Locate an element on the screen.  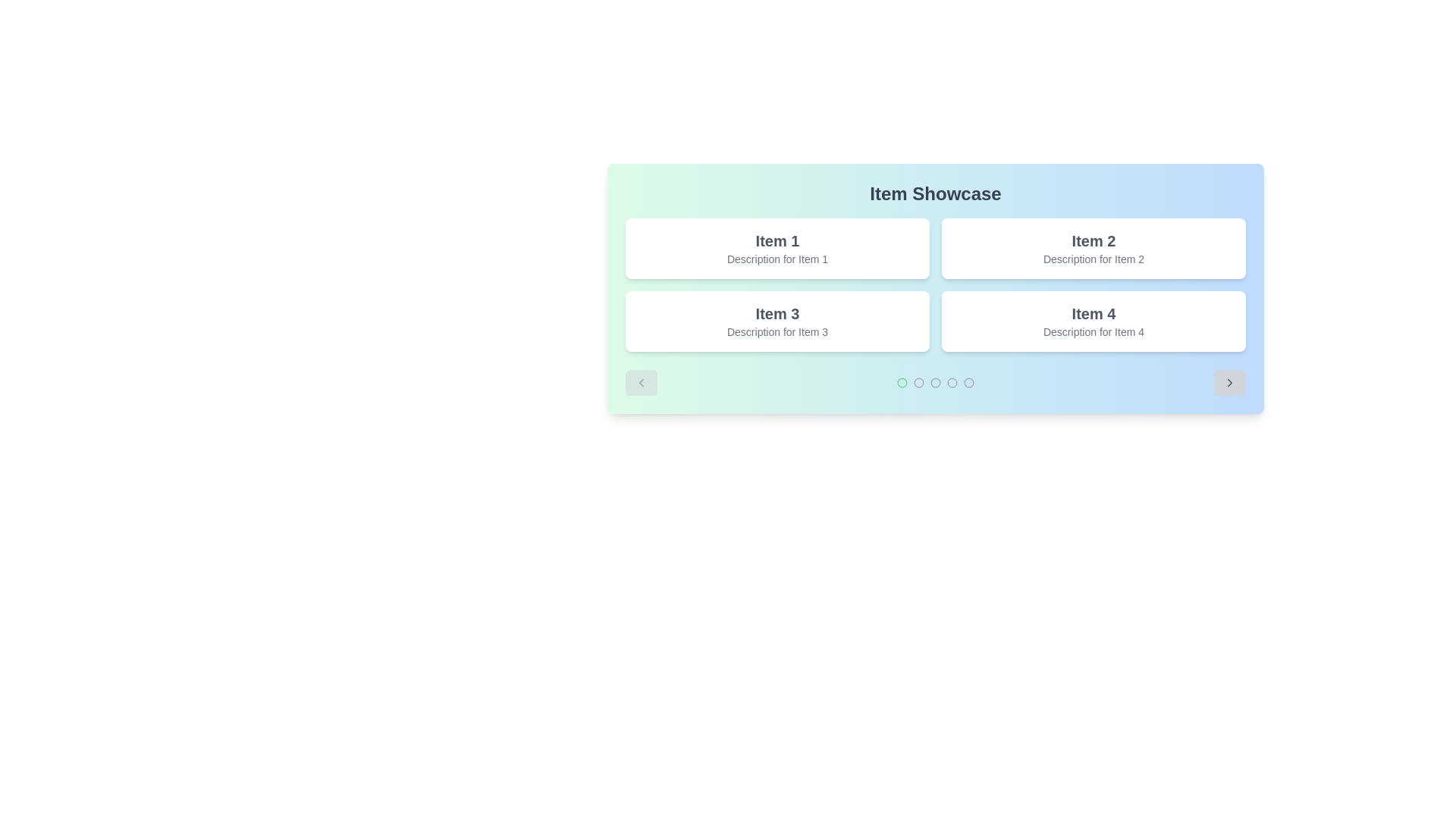
the second gray circular indicator in the row of five circles at the bottom center of the card interface is located at coordinates (918, 382).